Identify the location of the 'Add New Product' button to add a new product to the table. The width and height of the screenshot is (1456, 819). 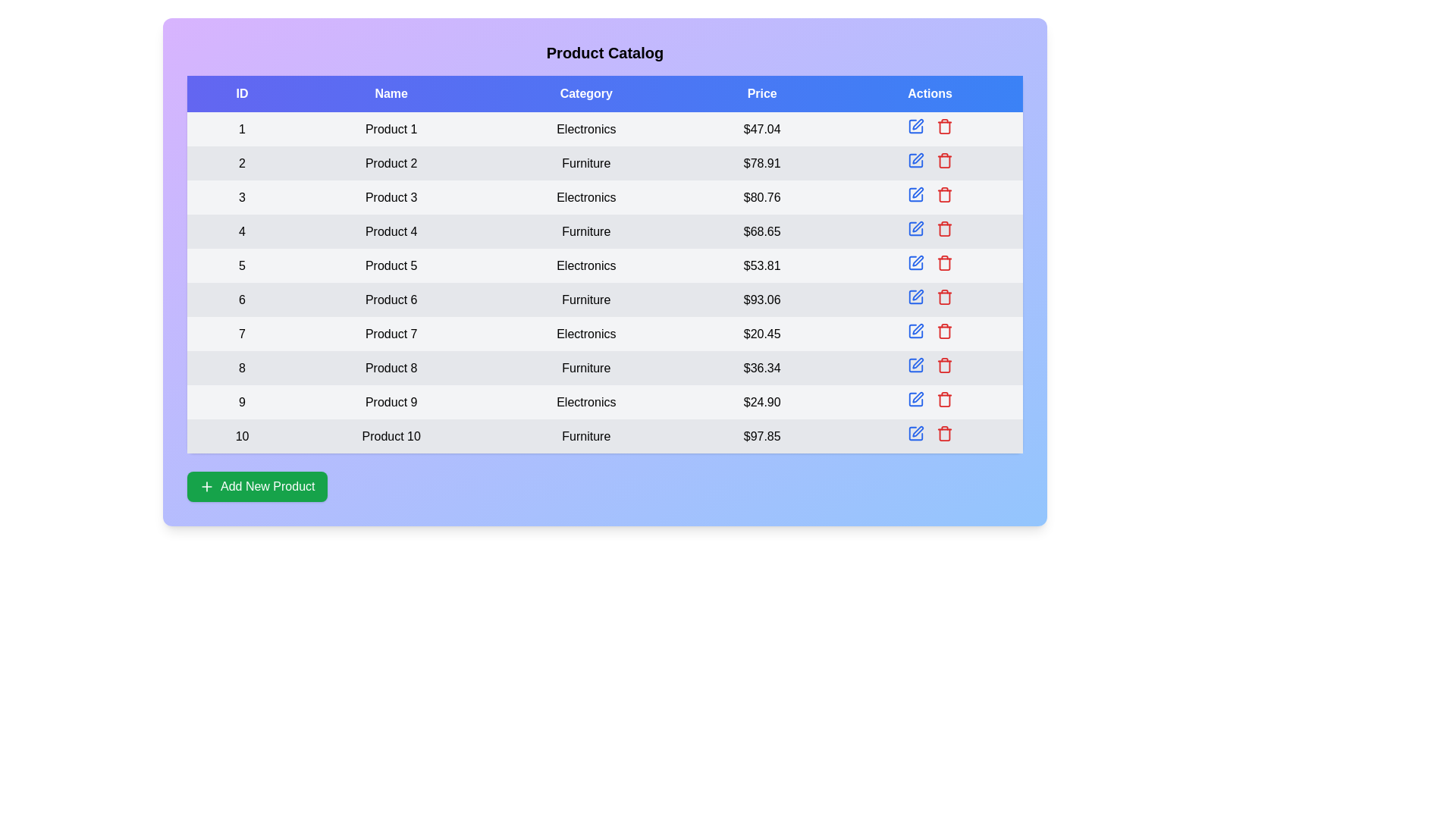
(257, 486).